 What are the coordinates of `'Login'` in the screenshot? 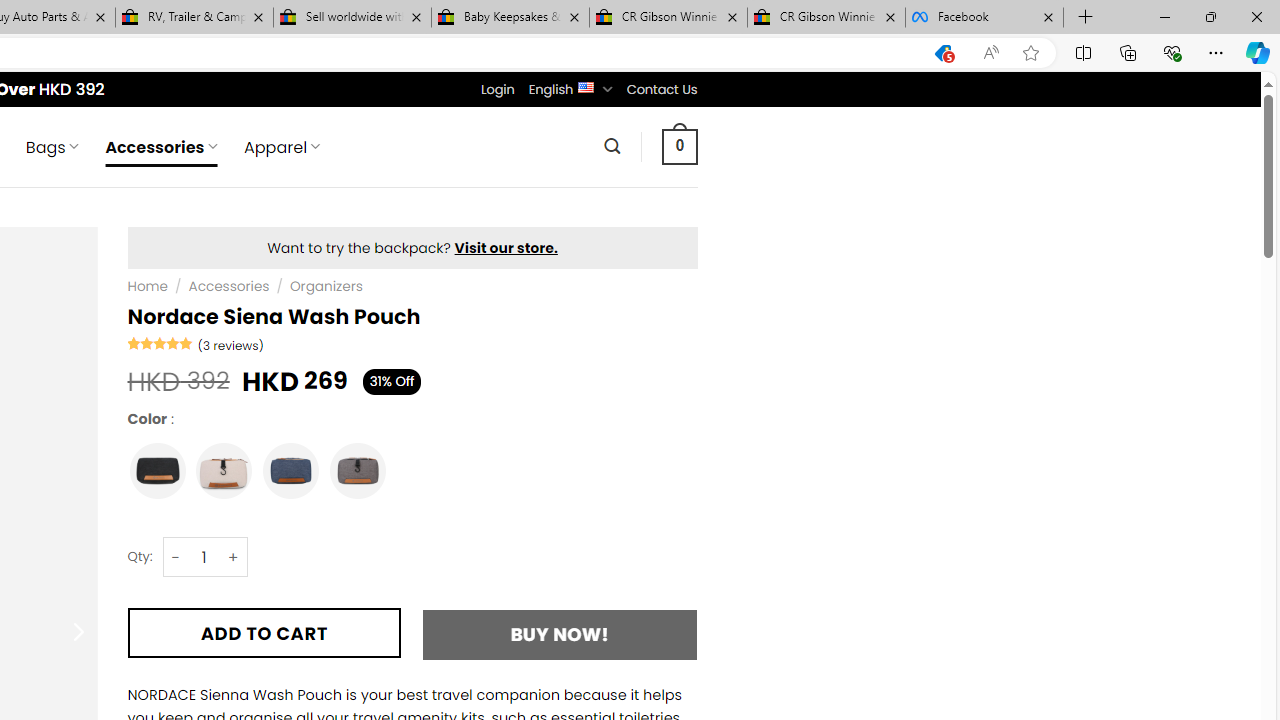 It's located at (497, 88).